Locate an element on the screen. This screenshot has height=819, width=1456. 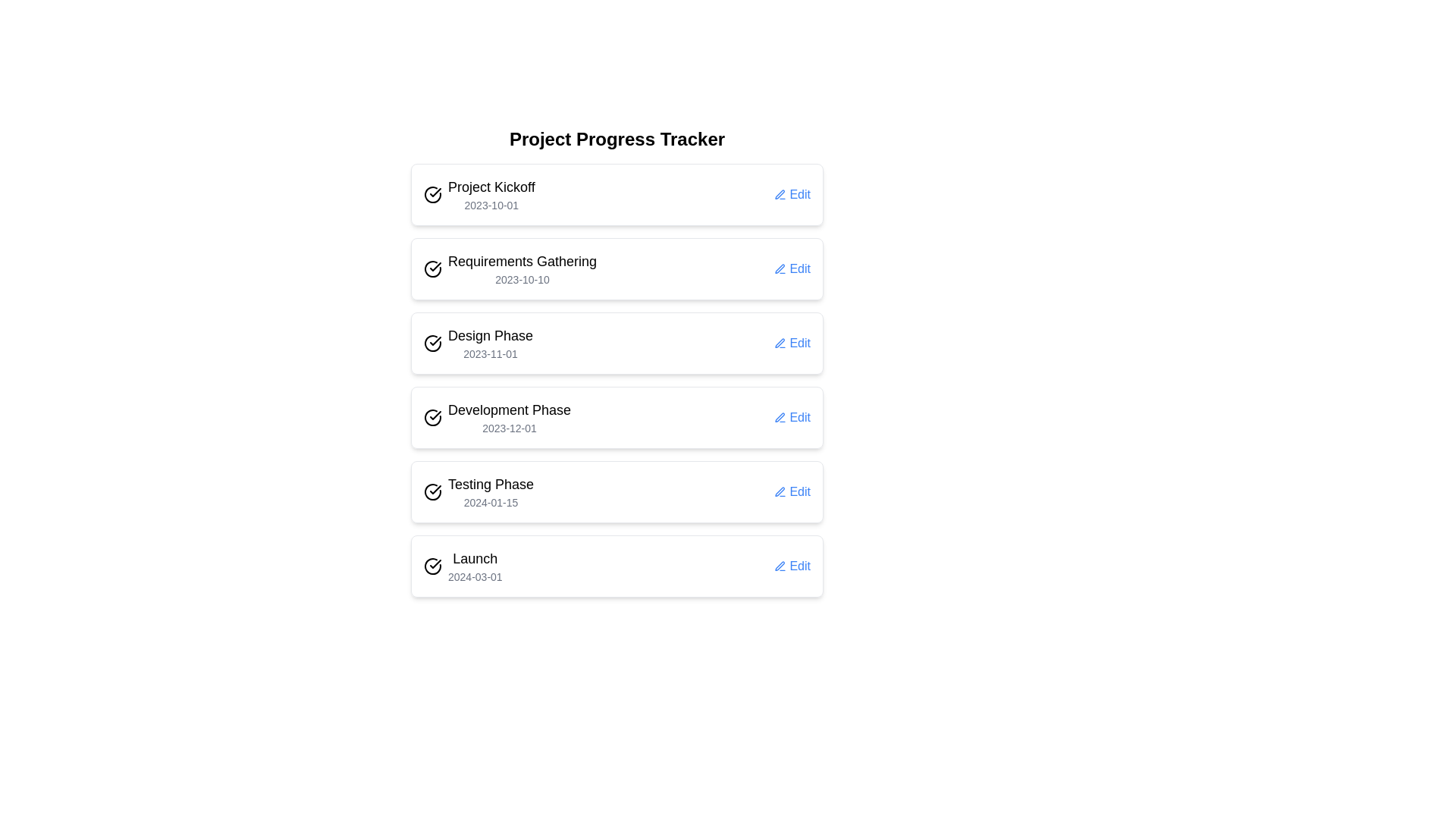
the pen graphic icon, which is a vector graphic with a thin, rounded stroke, located within the 'Edit' section of the 'Project Kickoff' entry is located at coordinates (780, 193).